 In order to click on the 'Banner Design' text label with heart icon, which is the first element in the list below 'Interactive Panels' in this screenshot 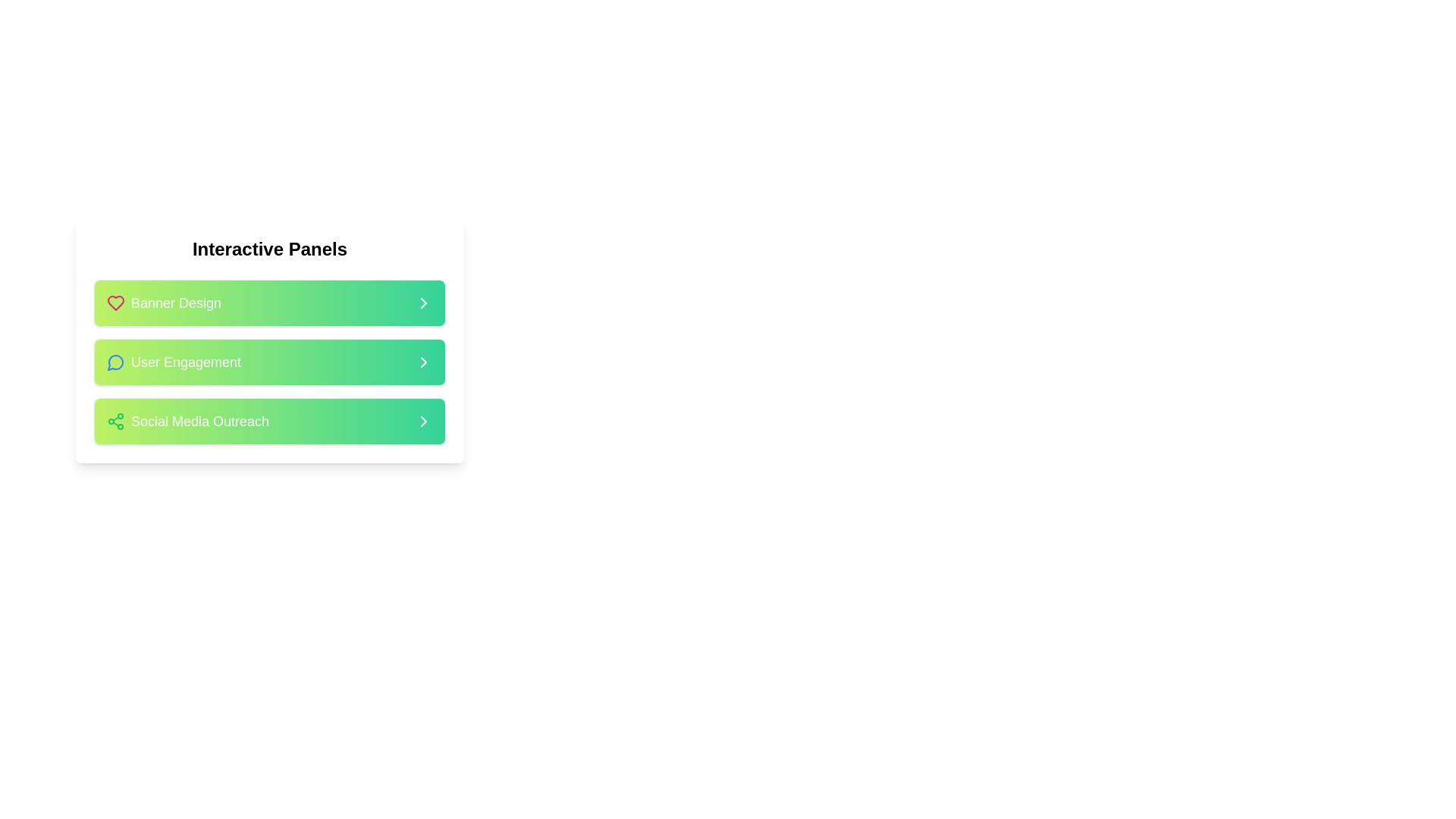, I will do `click(164, 303)`.